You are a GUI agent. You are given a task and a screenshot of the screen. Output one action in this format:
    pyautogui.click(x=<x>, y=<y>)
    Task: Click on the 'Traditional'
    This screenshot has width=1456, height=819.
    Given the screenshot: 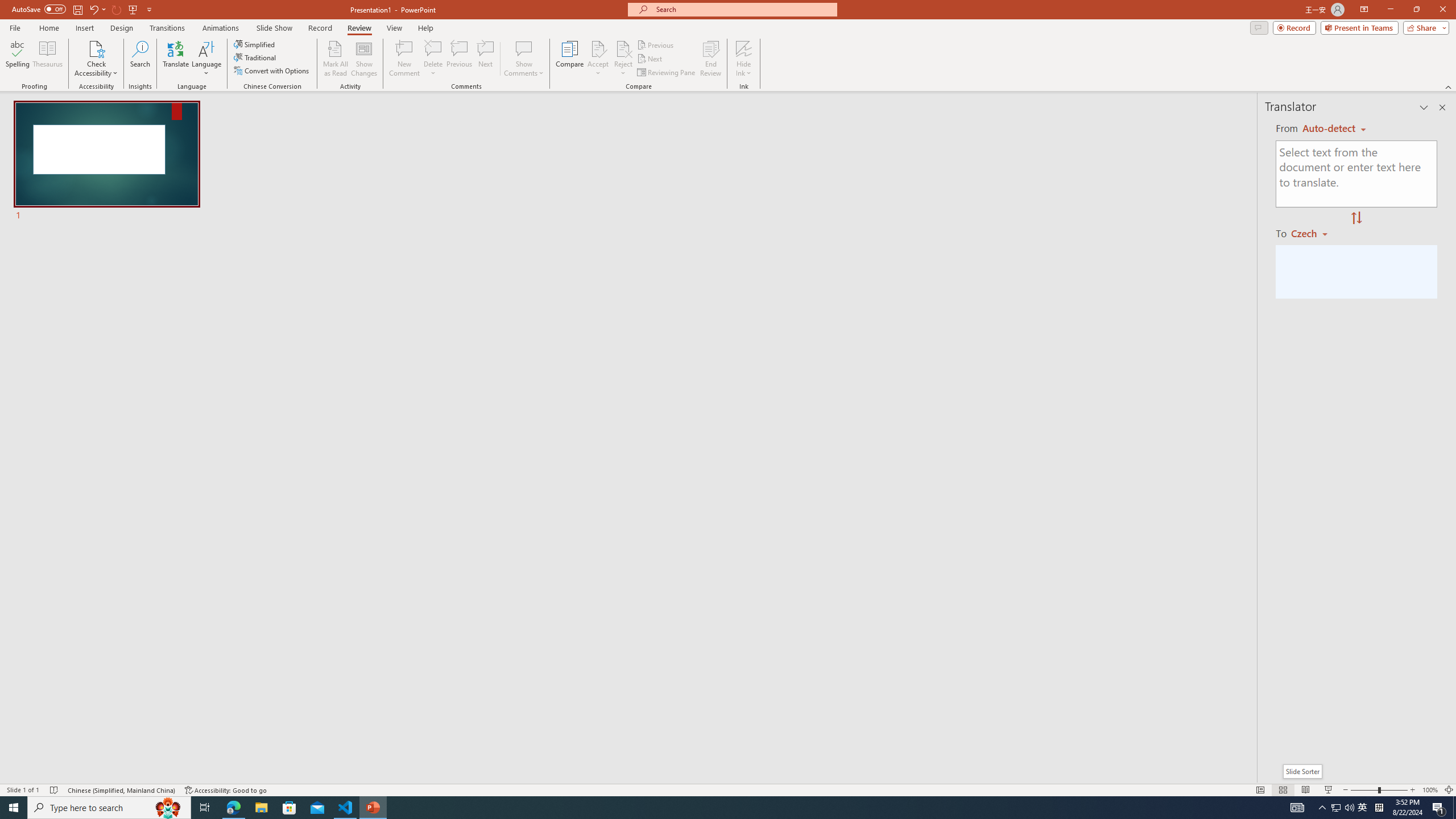 What is the action you would take?
    pyautogui.click(x=255, y=56)
    